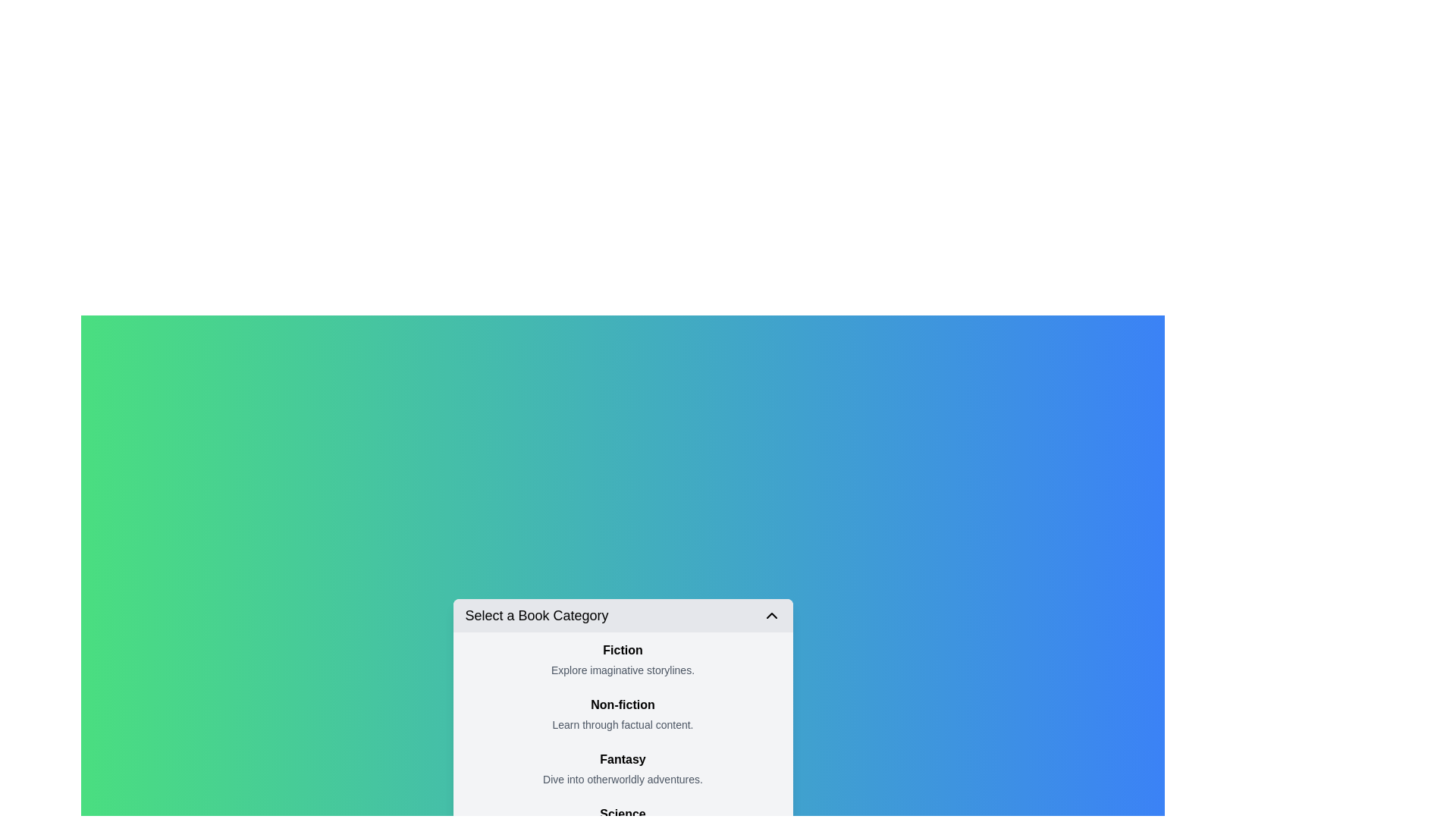 Image resolution: width=1456 pixels, height=819 pixels. I want to click on the 'Non-fiction' dropdown menu item, which is the second option in the dropdown titled 'Select a Book Category', so click(623, 714).